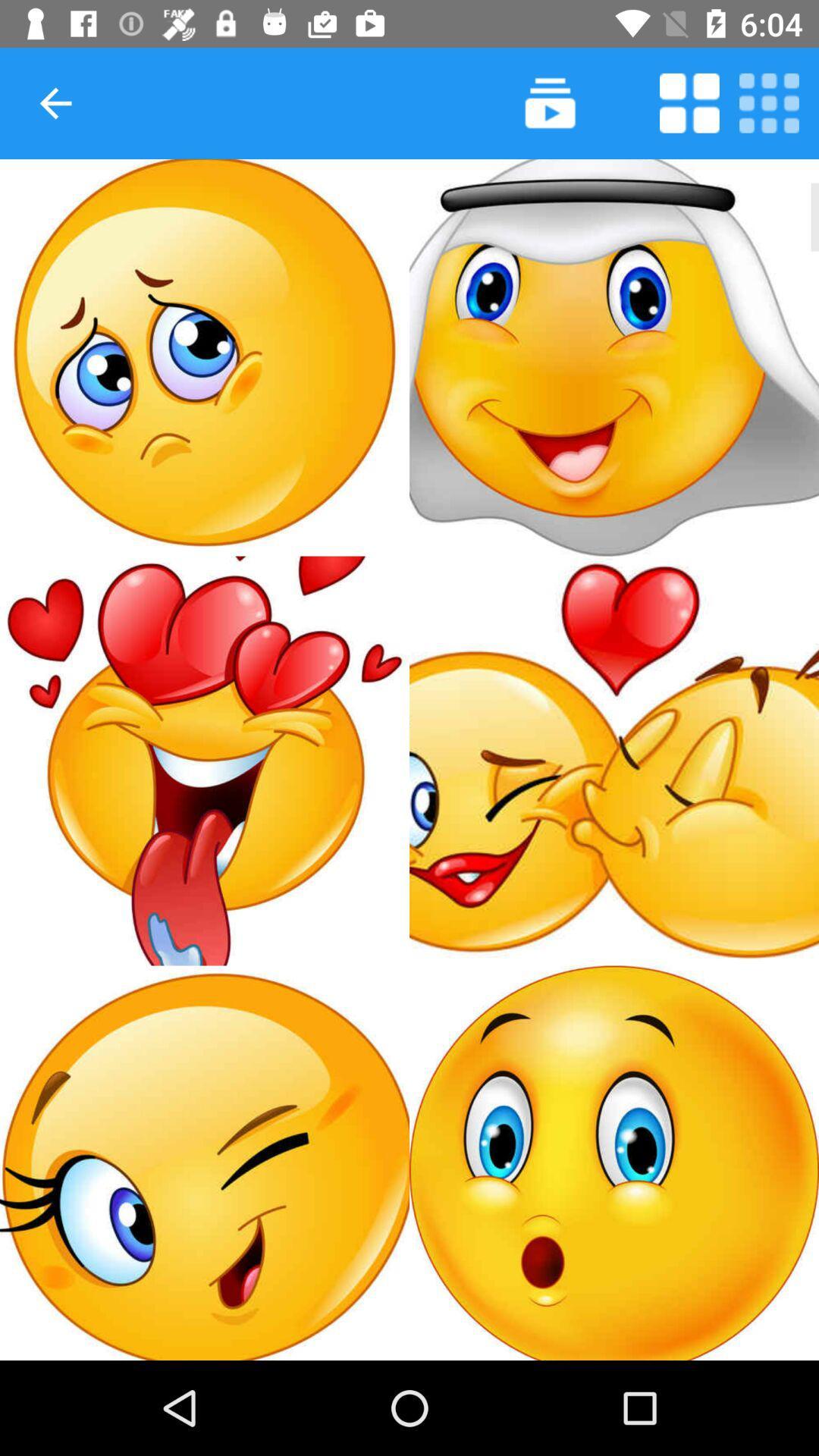 This screenshot has height=1456, width=819. I want to click on show four squares per page, so click(689, 102).